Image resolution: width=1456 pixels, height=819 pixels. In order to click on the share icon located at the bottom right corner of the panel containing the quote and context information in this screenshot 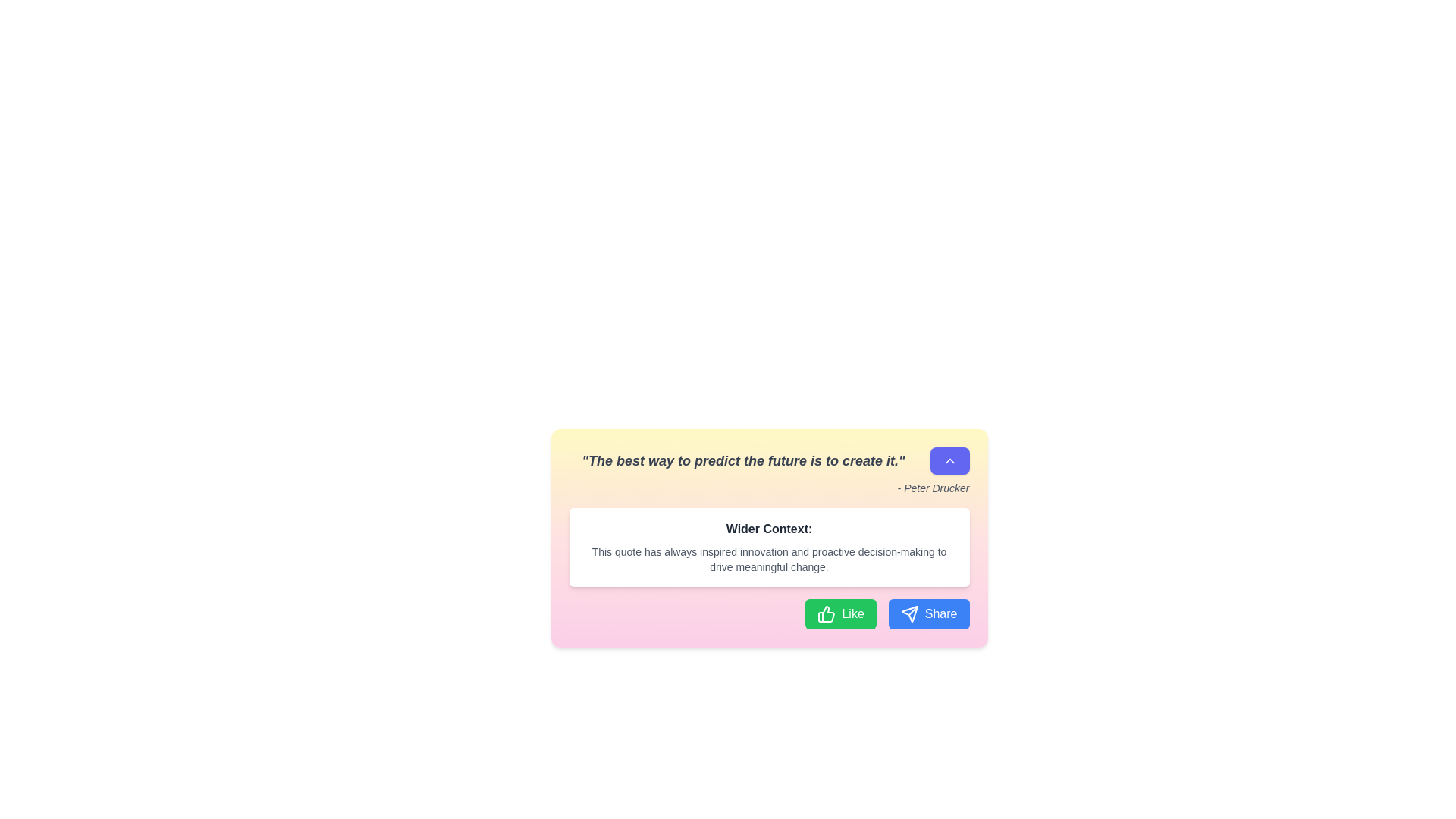, I will do `click(909, 614)`.